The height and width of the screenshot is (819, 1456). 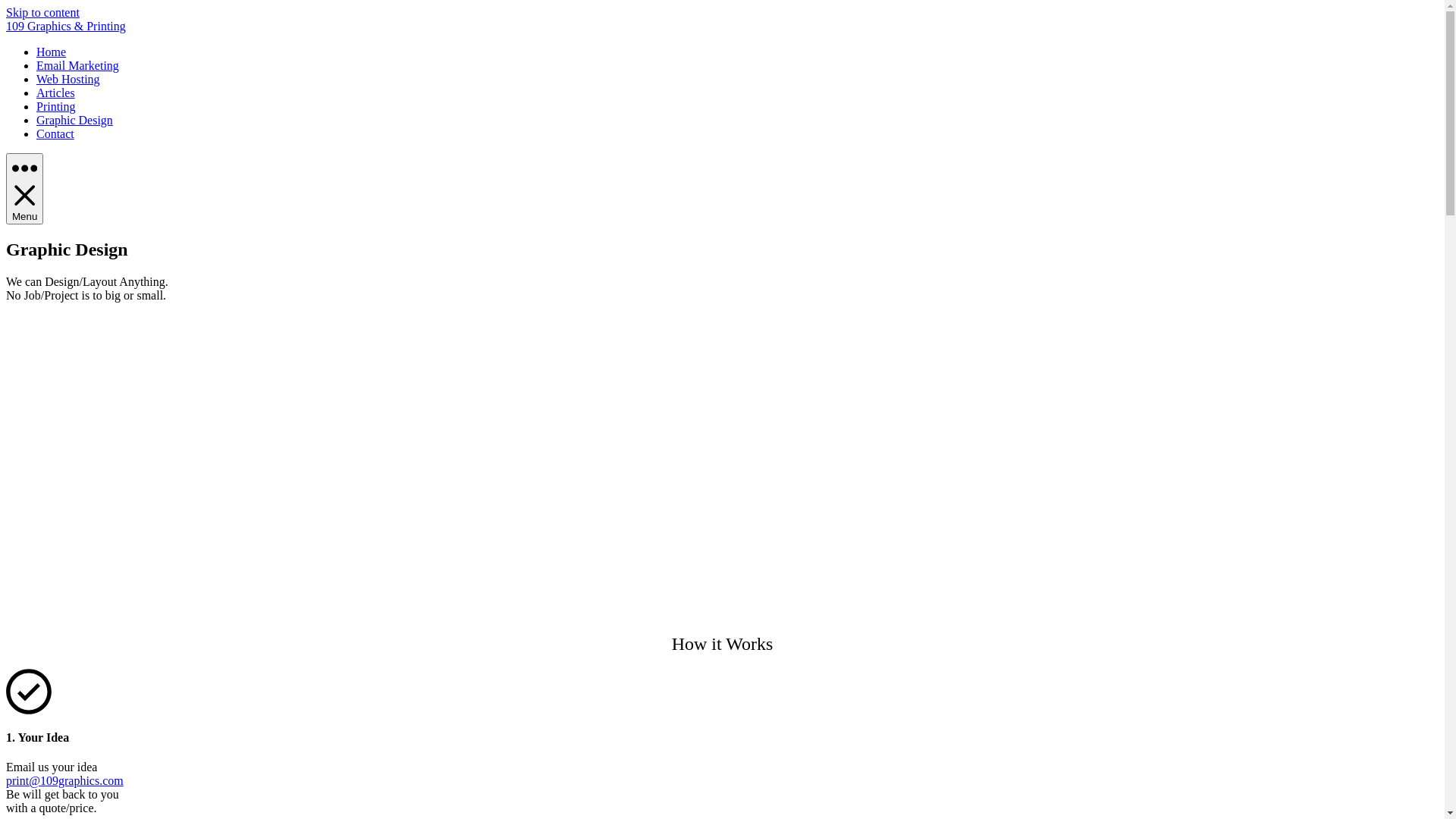 I want to click on 'Home', so click(x=36, y=51).